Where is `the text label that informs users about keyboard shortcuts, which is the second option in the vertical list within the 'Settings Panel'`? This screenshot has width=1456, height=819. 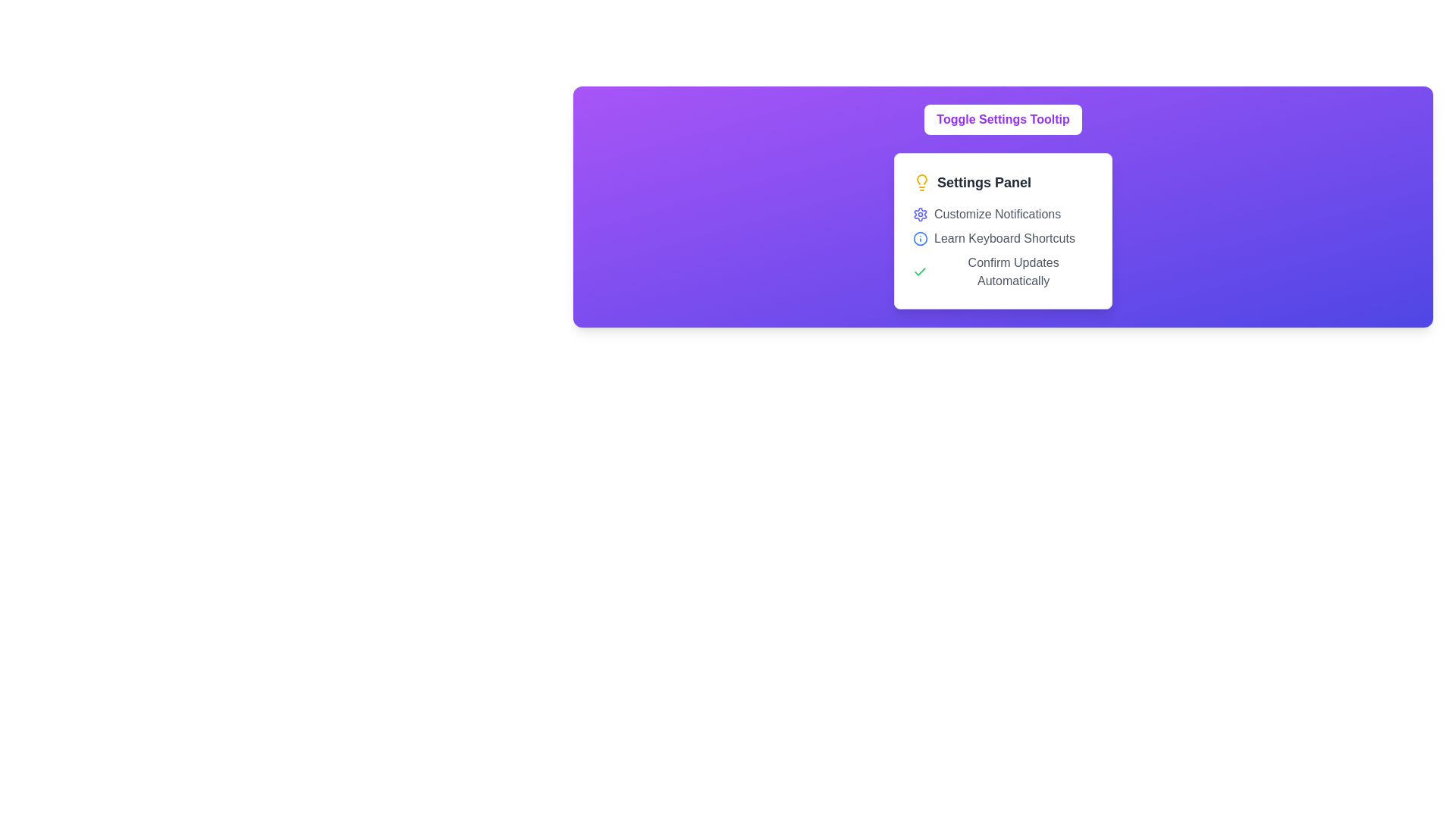
the text label that informs users about keyboard shortcuts, which is the second option in the vertical list within the 'Settings Panel' is located at coordinates (1003, 239).